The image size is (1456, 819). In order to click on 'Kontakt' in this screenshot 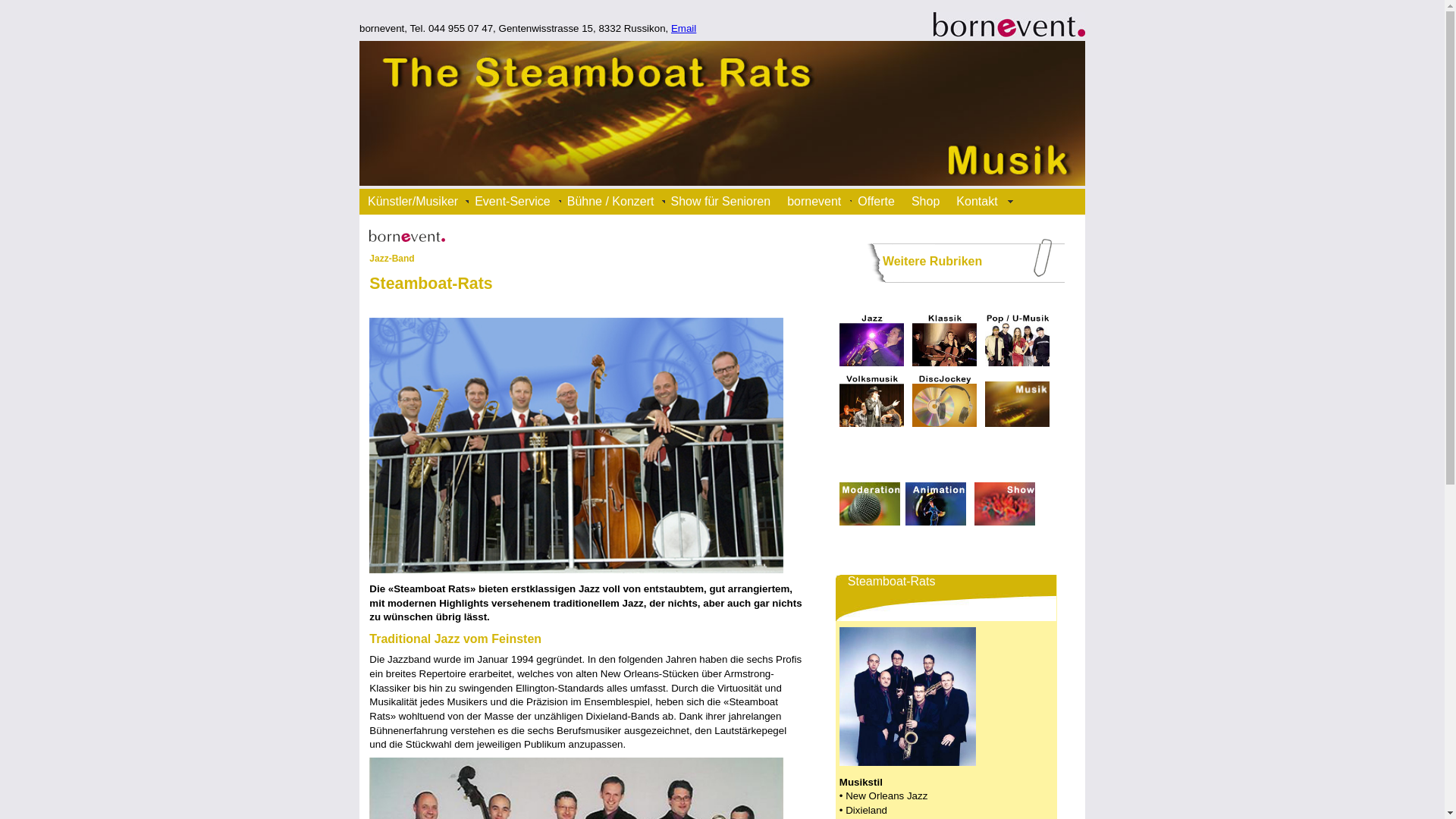, I will do `click(983, 201)`.